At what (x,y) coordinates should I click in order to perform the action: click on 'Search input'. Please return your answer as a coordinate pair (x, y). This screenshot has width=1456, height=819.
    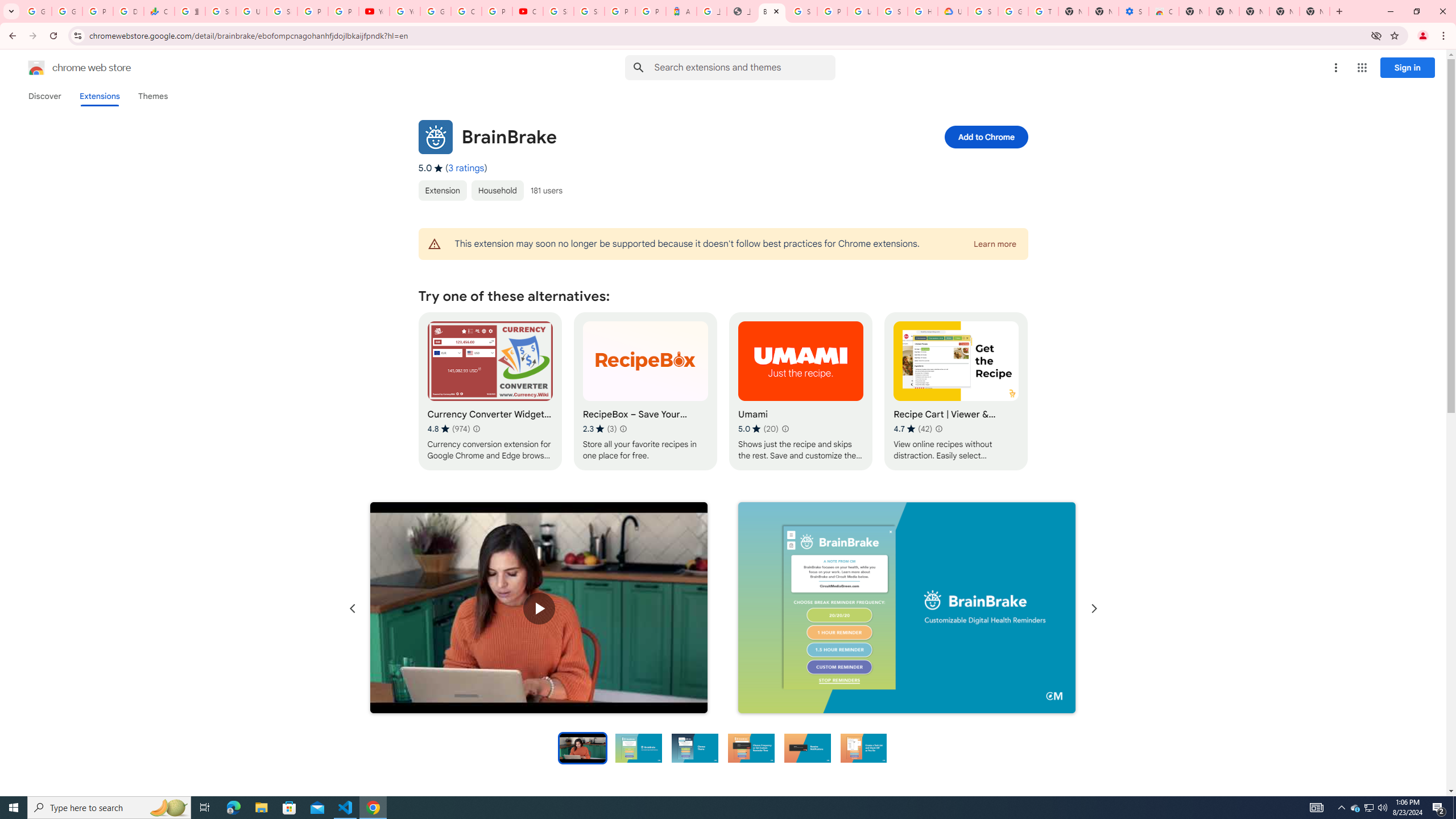
    Looking at the image, I should click on (744, 67).